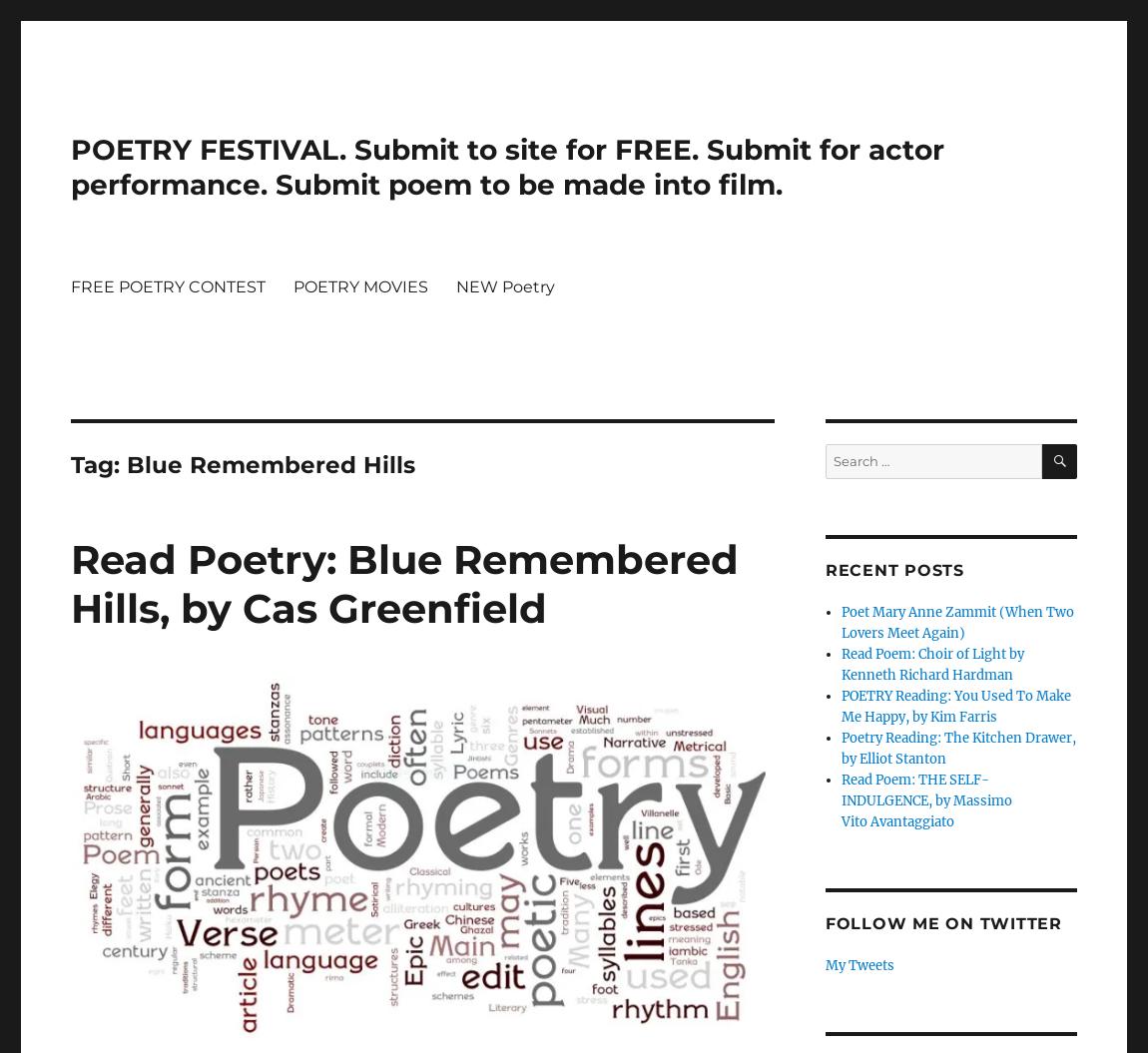  Describe the element at coordinates (958, 748) in the screenshot. I see `'Poetry Reading: The Kitchen Drawer, by Elliot Stanton'` at that location.